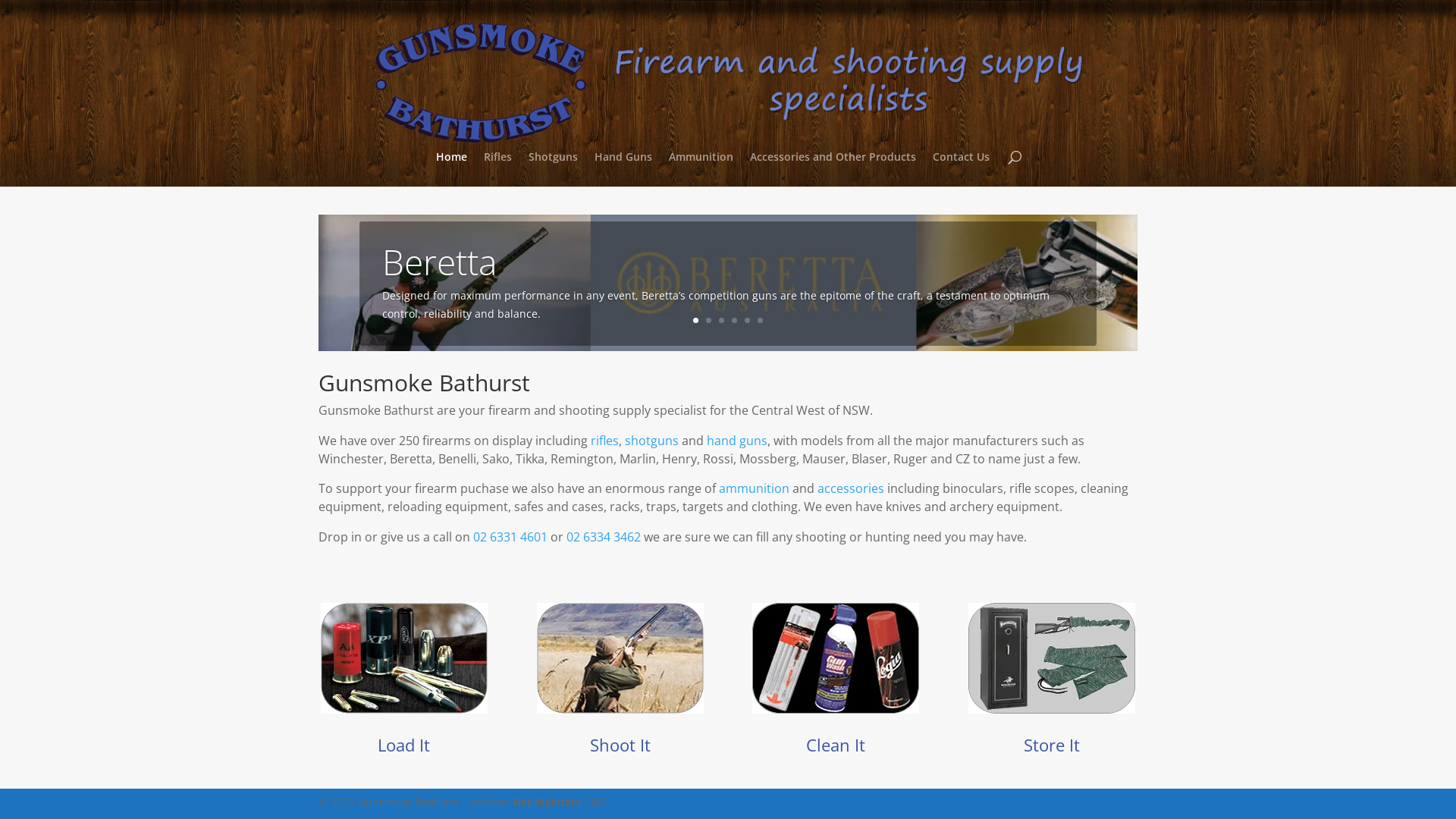 This screenshot has width=1456, height=819. What do you see at coordinates (603, 536) in the screenshot?
I see `'02 6334 3462'` at bounding box center [603, 536].